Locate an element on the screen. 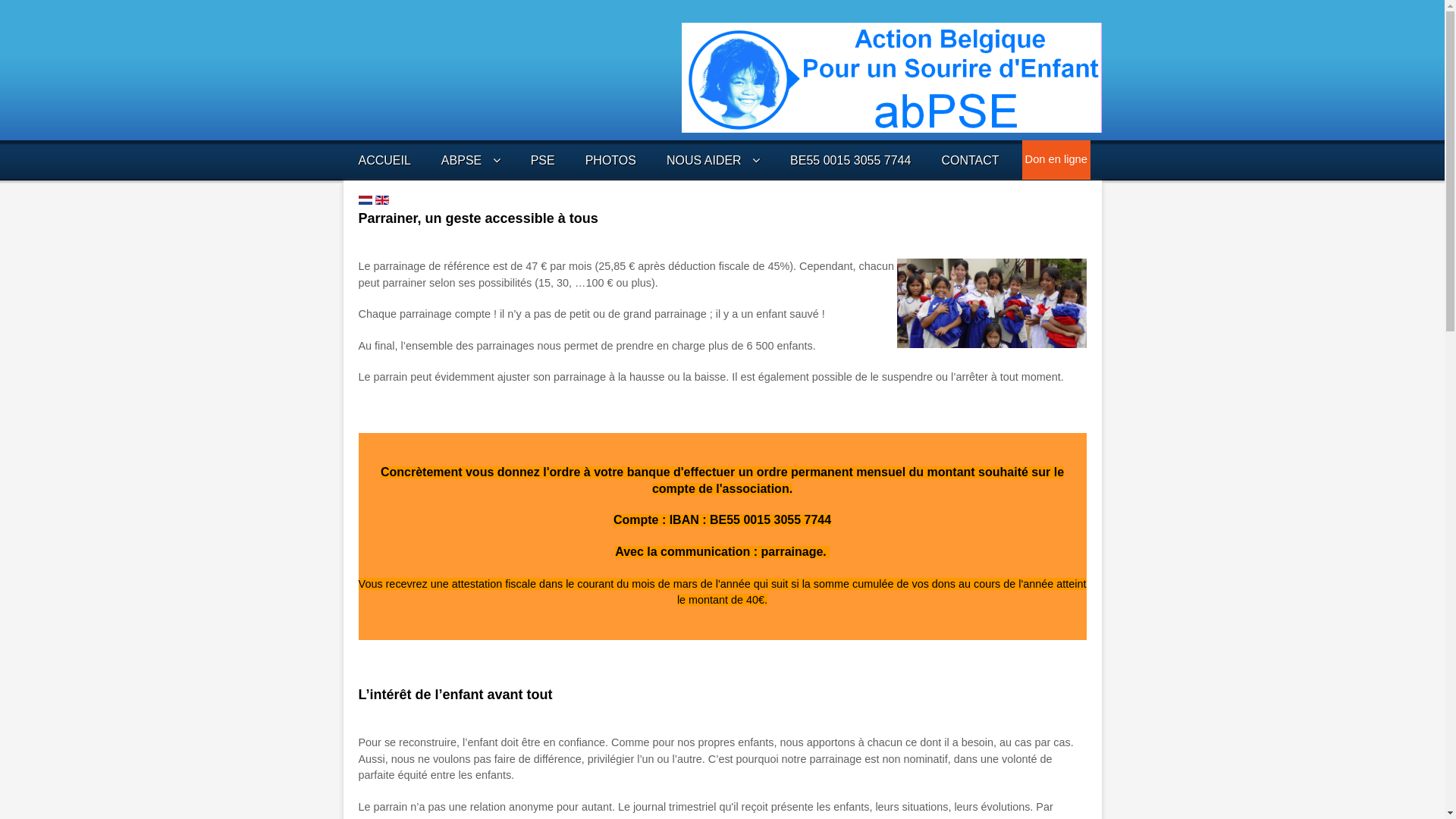  'English (UK)' is located at coordinates (381, 199).